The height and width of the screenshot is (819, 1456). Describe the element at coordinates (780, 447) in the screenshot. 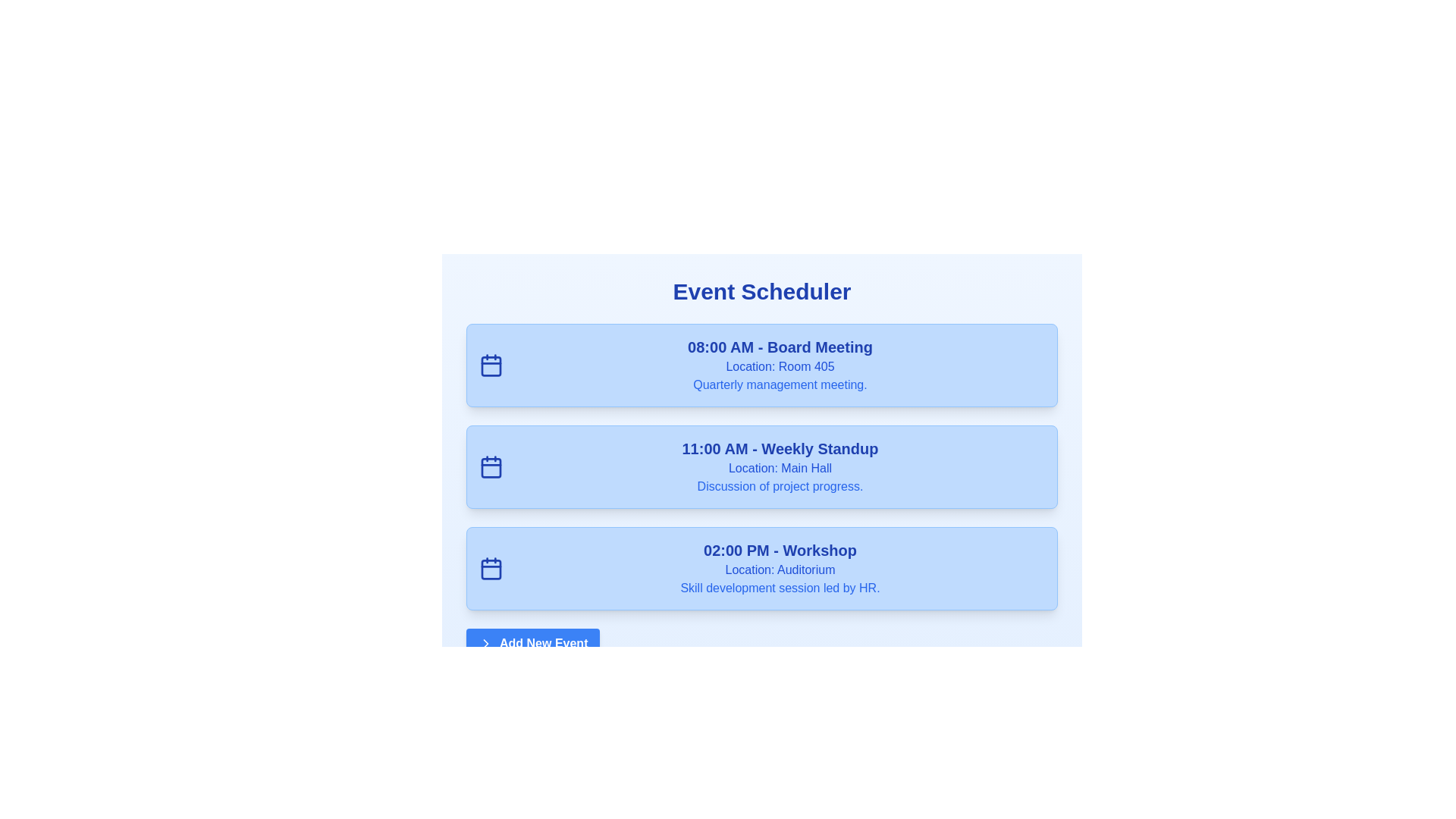

I see `the text label that indicates the starting time and title of the scheduled event, positioned above 'Location: Main Hall'` at that location.